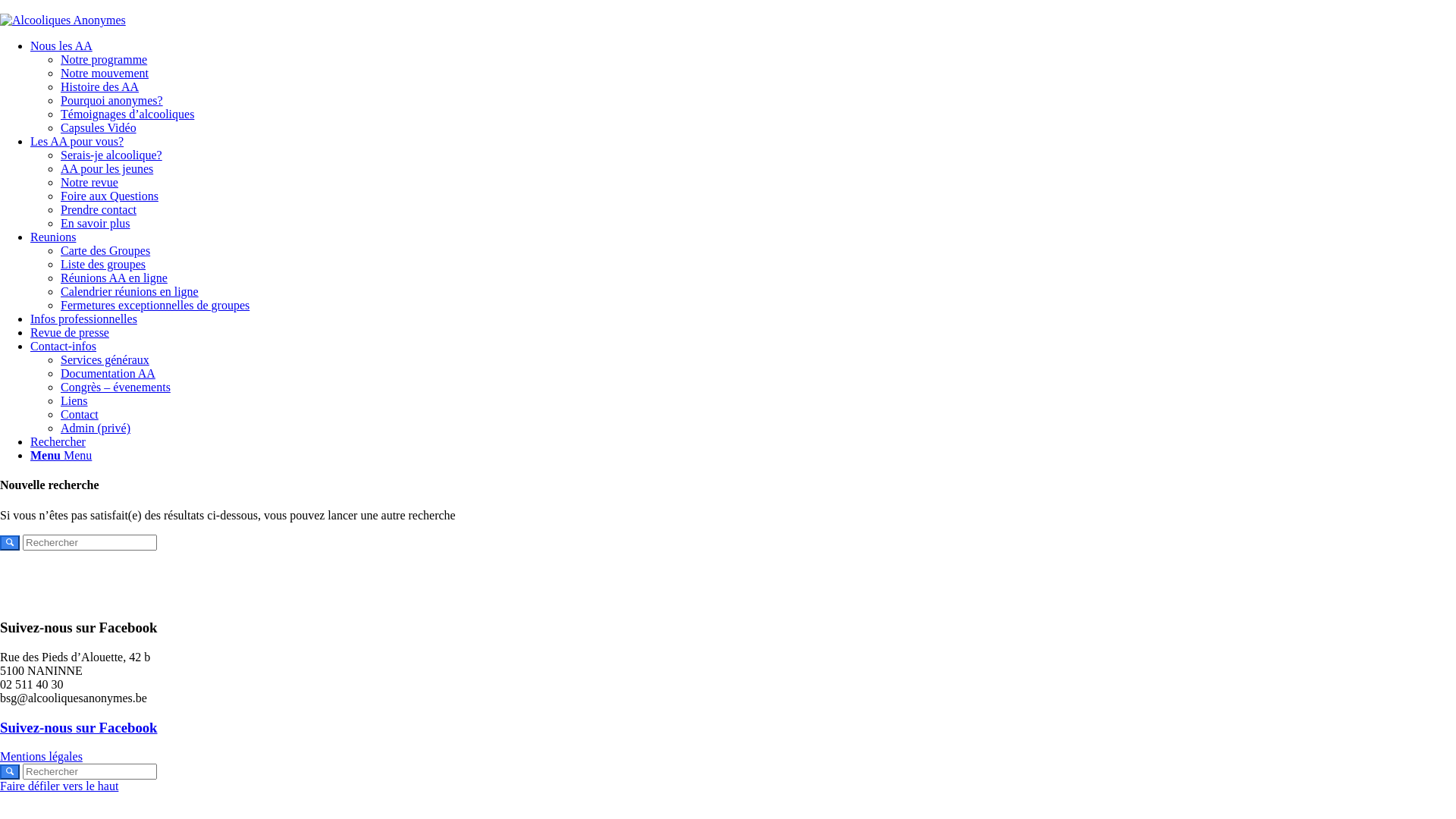 This screenshot has width=1456, height=819. Describe the element at coordinates (97, 209) in the screenshot. I see `'Prendre contact'` at that location.